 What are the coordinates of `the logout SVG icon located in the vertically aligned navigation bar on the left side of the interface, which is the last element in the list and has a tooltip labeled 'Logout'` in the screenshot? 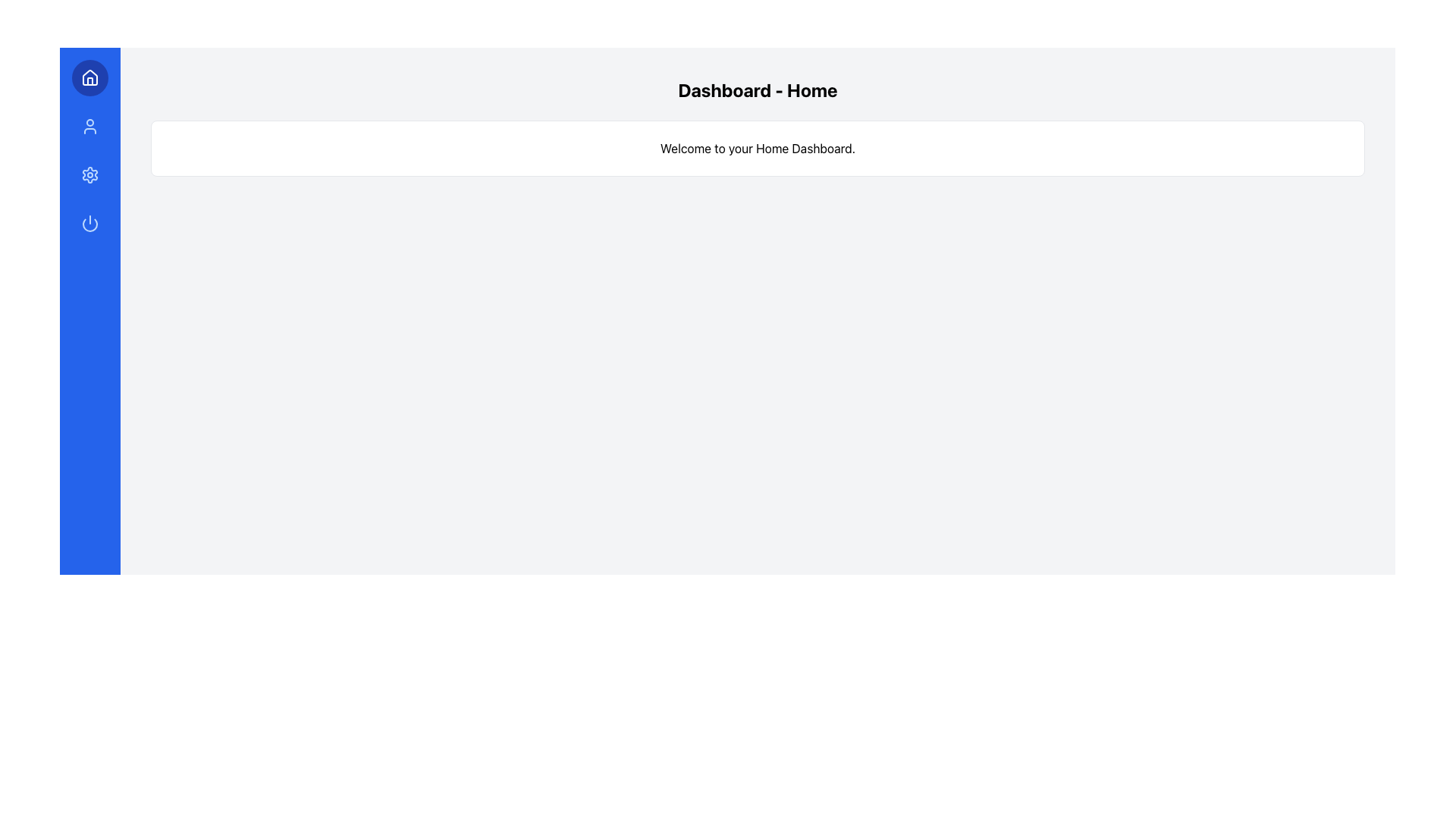 It's located at (89, 223).